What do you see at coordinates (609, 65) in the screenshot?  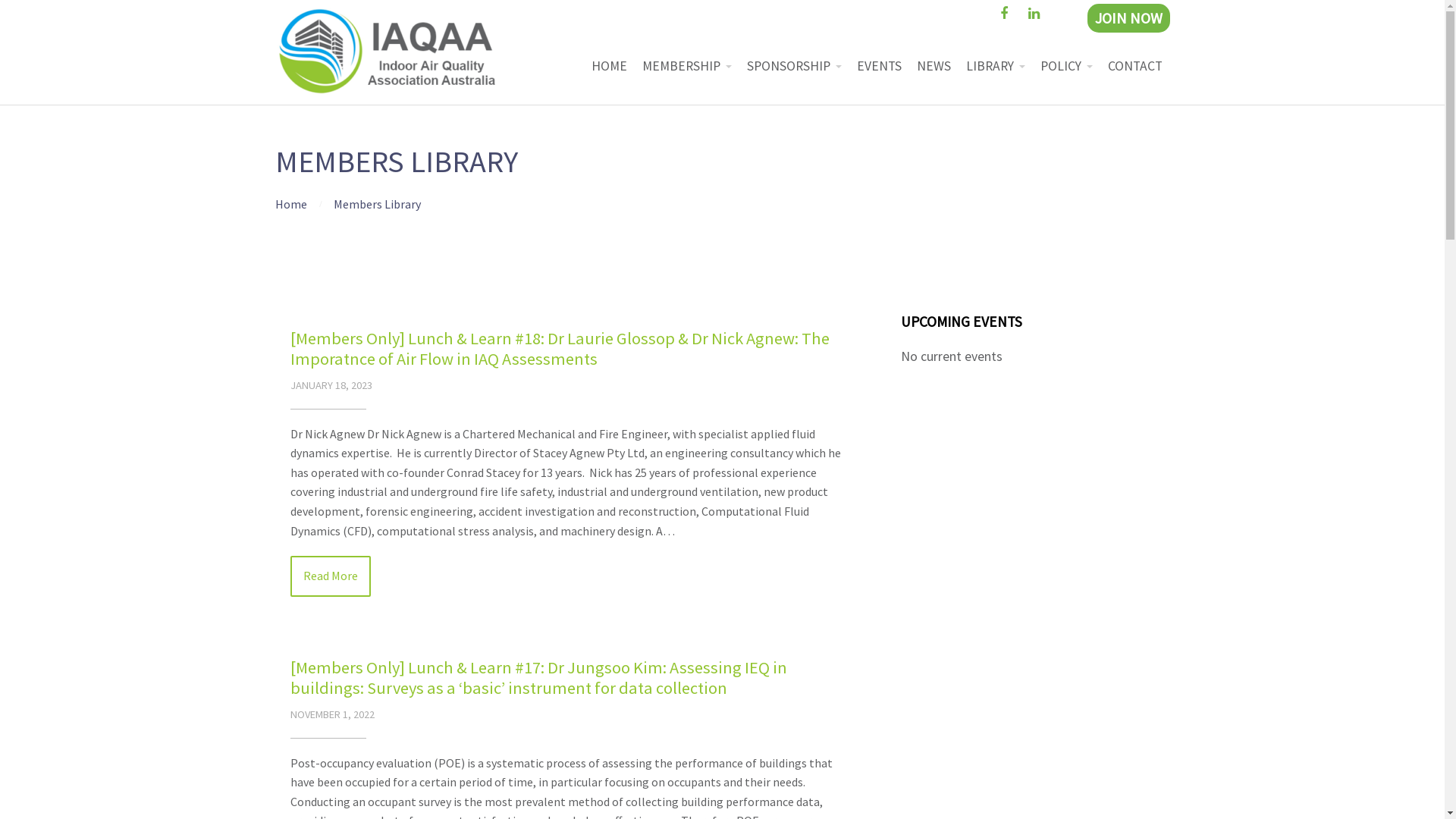 I see `'HOME'` at bounding box center [609, 65].